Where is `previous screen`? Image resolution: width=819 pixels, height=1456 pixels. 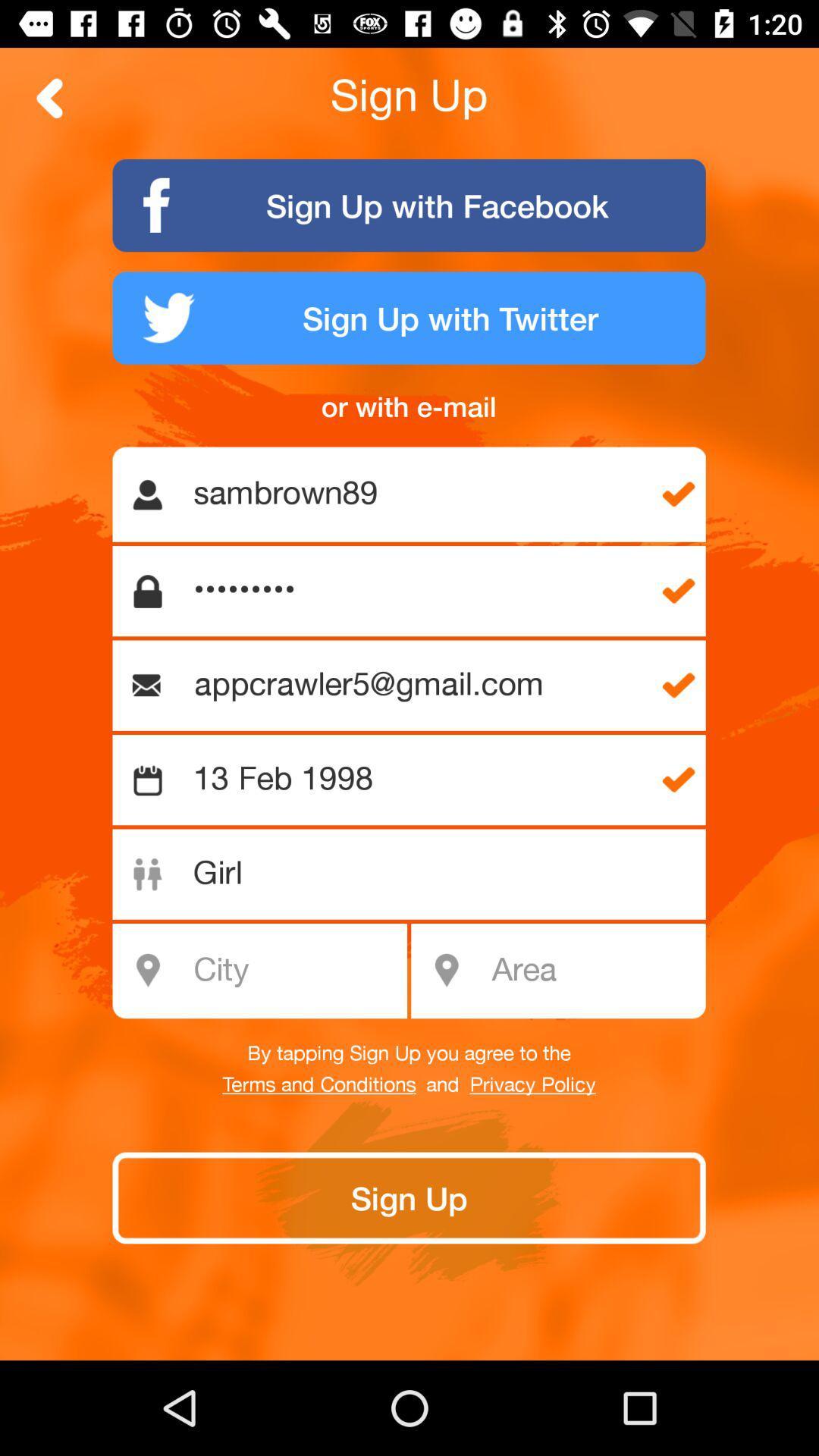 previous screen is located at coordinates (49, 97).